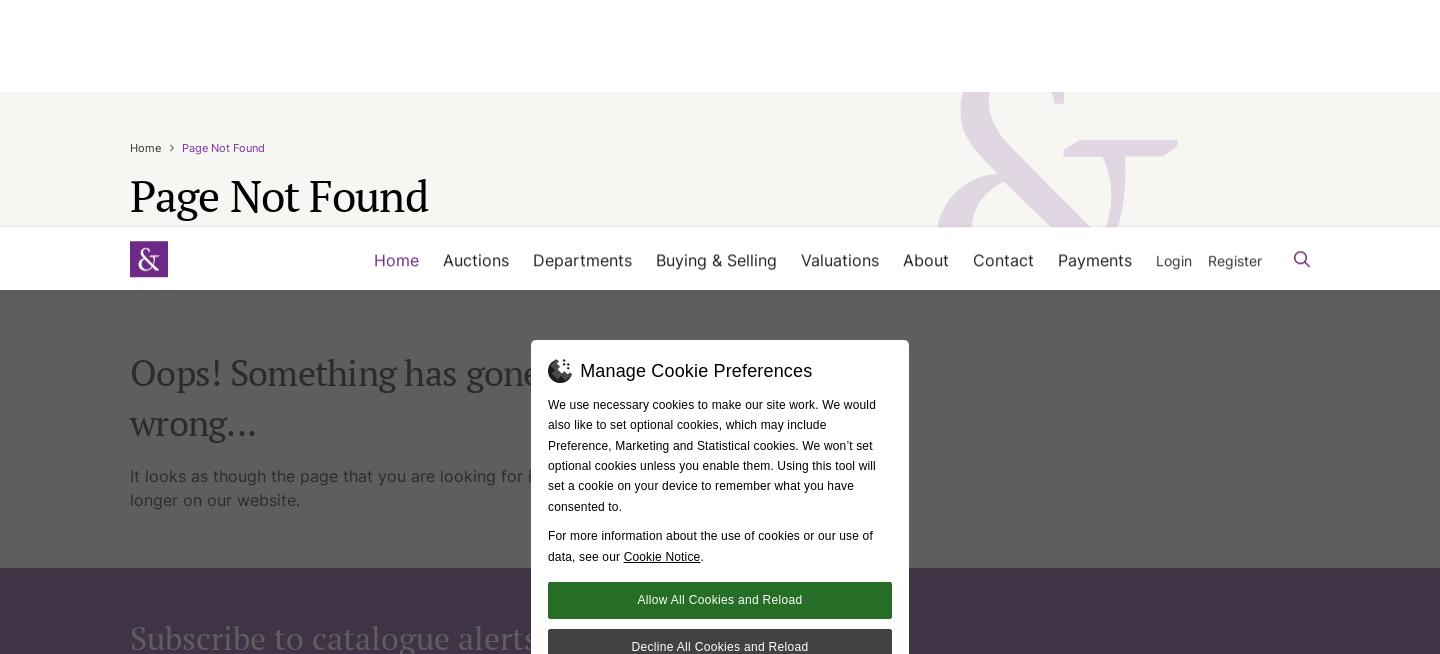  Describe the element at coordinates (978, 127) in the screenshot. I see `'Auction Insights'` at that location.